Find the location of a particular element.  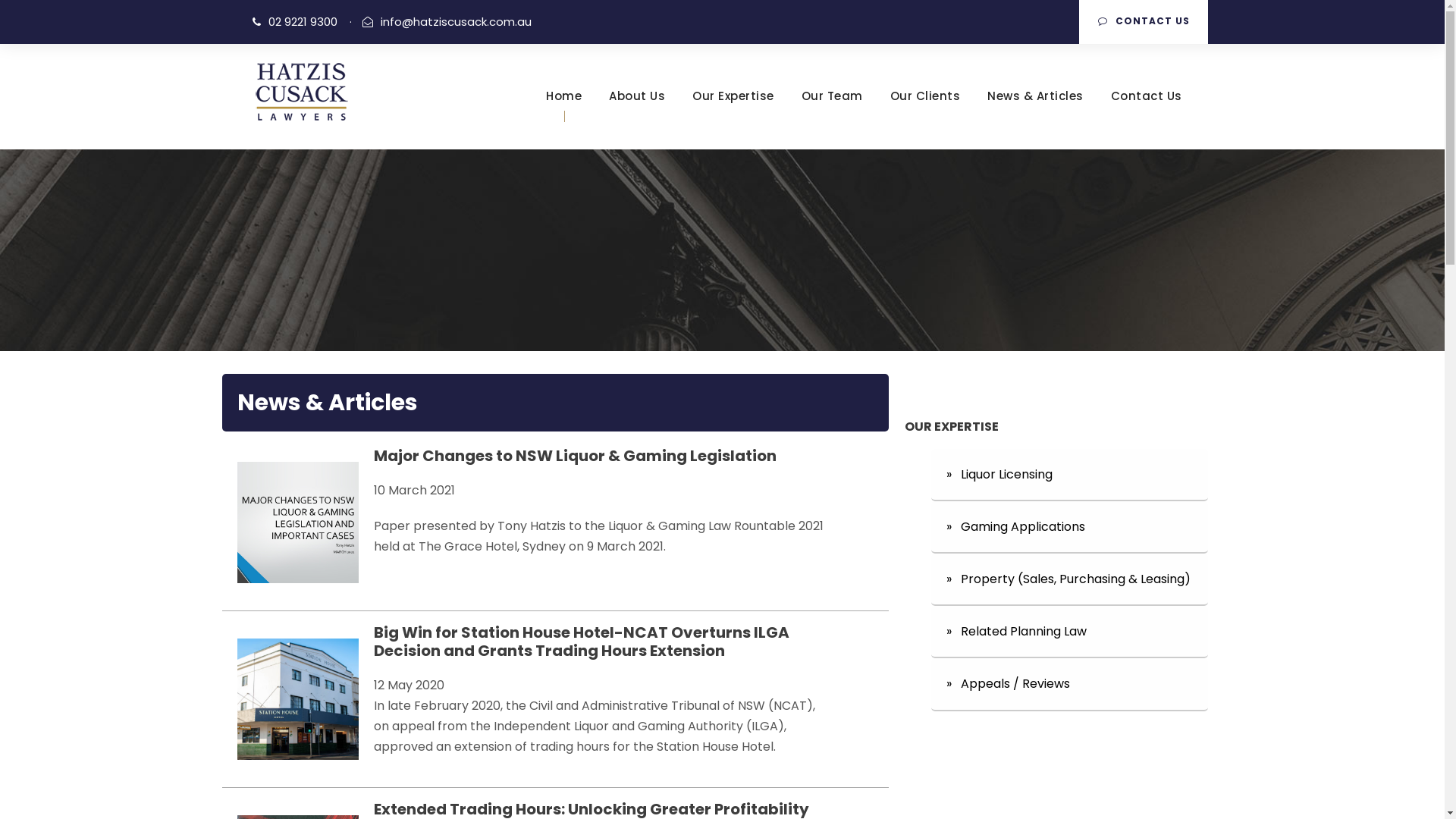

'info@hatziscusack.com.au' is located at coordinates (455, 21).